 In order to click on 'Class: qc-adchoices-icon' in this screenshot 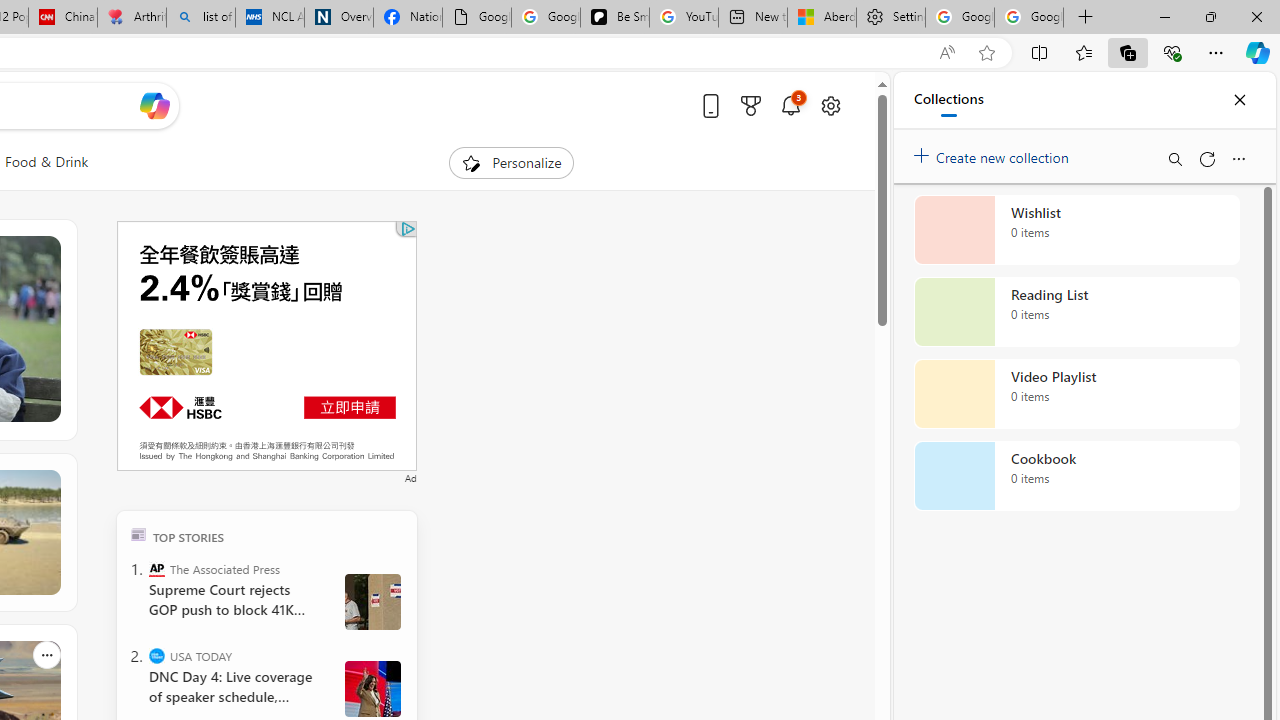, I will do `click(407, 227)`.